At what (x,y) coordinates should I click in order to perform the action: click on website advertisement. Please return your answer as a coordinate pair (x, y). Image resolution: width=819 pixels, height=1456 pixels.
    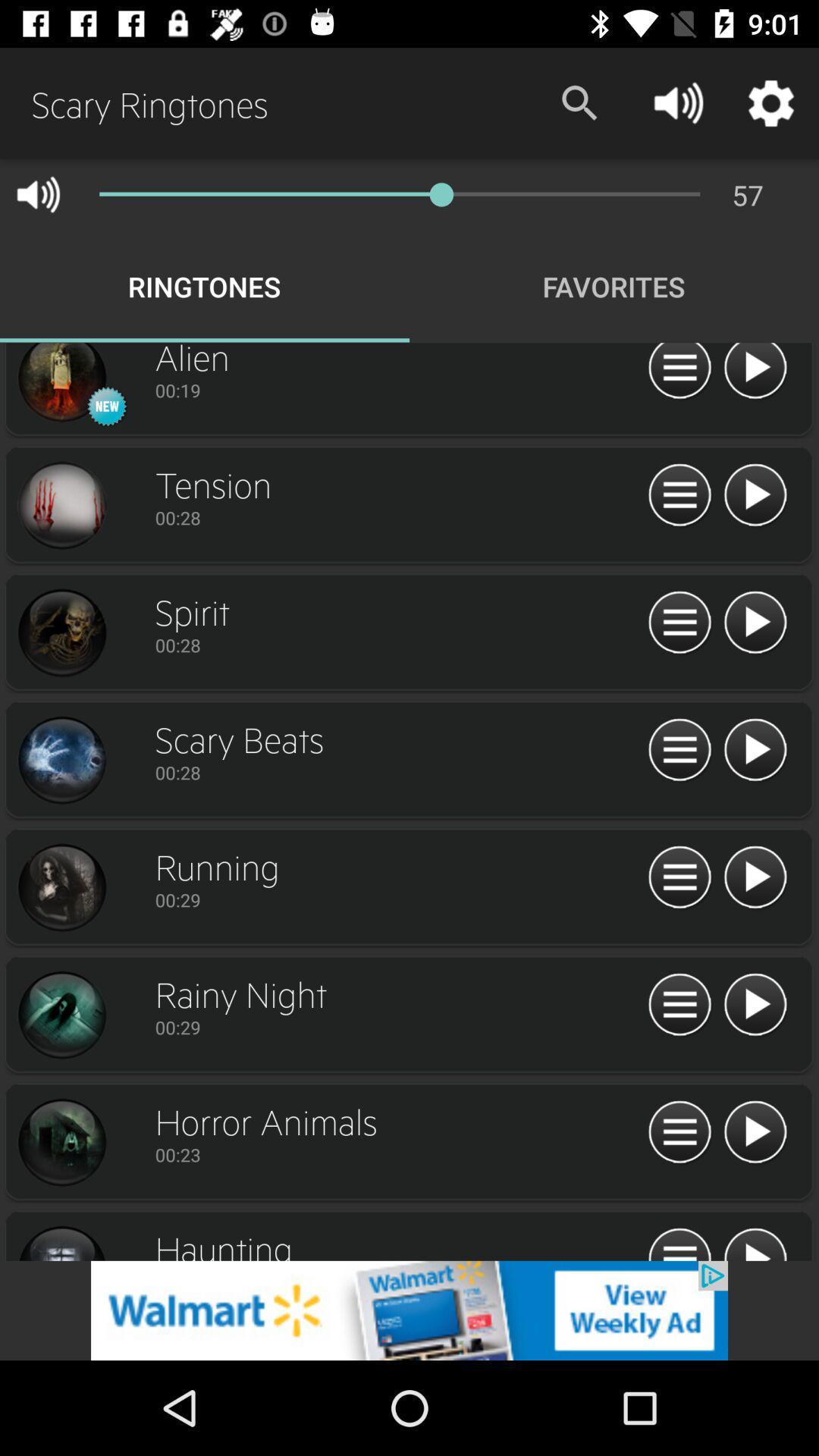
    Looking at the image, I should click on (409, 1310).